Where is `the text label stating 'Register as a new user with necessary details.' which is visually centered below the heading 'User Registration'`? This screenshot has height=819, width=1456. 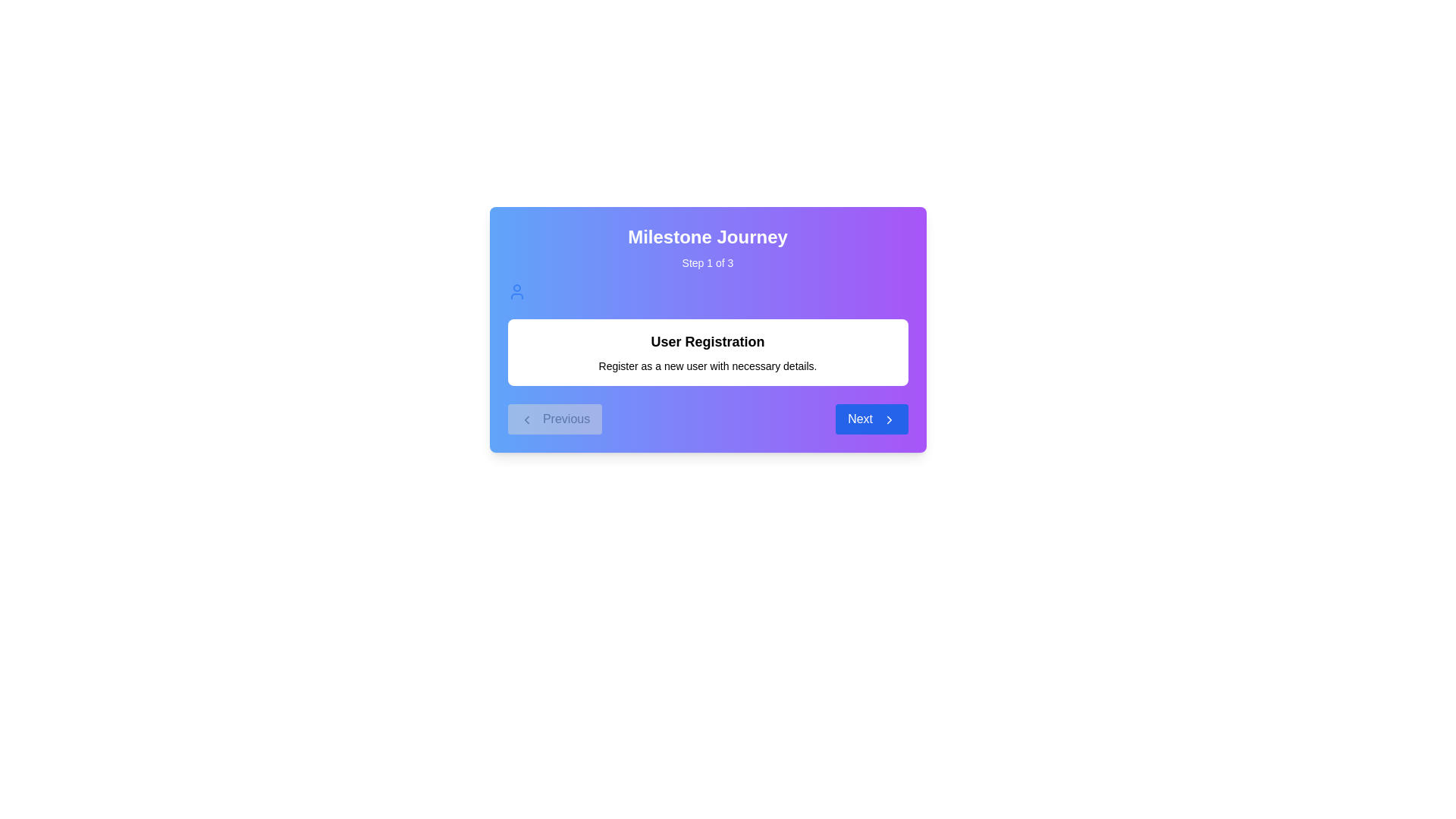
the text label stating 'Register as a new user with necessary details.' which is visually centered below the heading 'User Registration' is located at coordinates (707, 366).